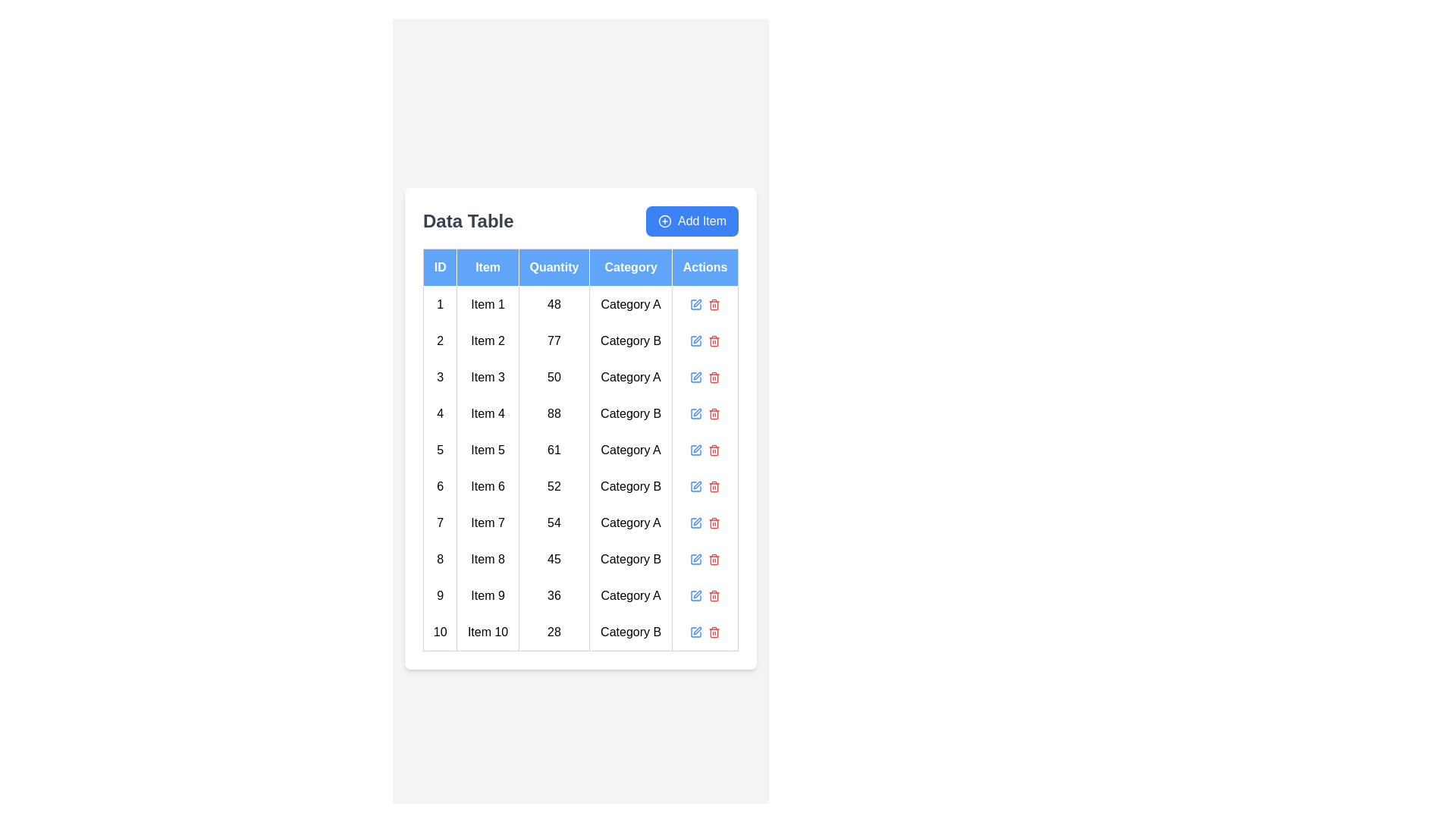  Describe the element at coordinates (439, 304) in the screenshot. I see `the text element representing the identifier of the first row in the 'Data Table' for interaction` at that location.